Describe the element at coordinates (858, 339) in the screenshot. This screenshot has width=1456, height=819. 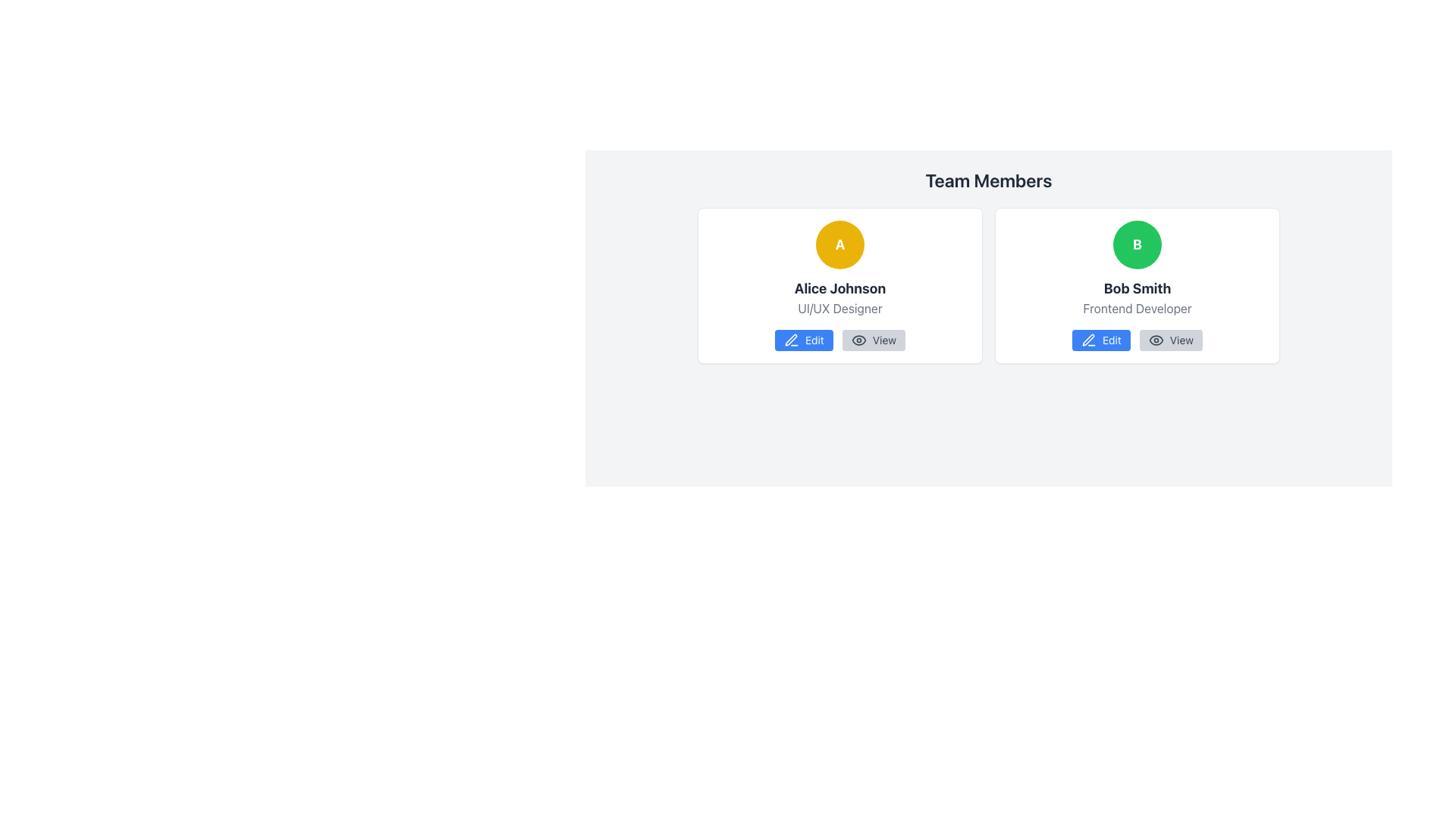
I see `the eye-shaped icon within the 'View' button located at the bottom-right corner of the card for 'Alice Johnson'` at that location.